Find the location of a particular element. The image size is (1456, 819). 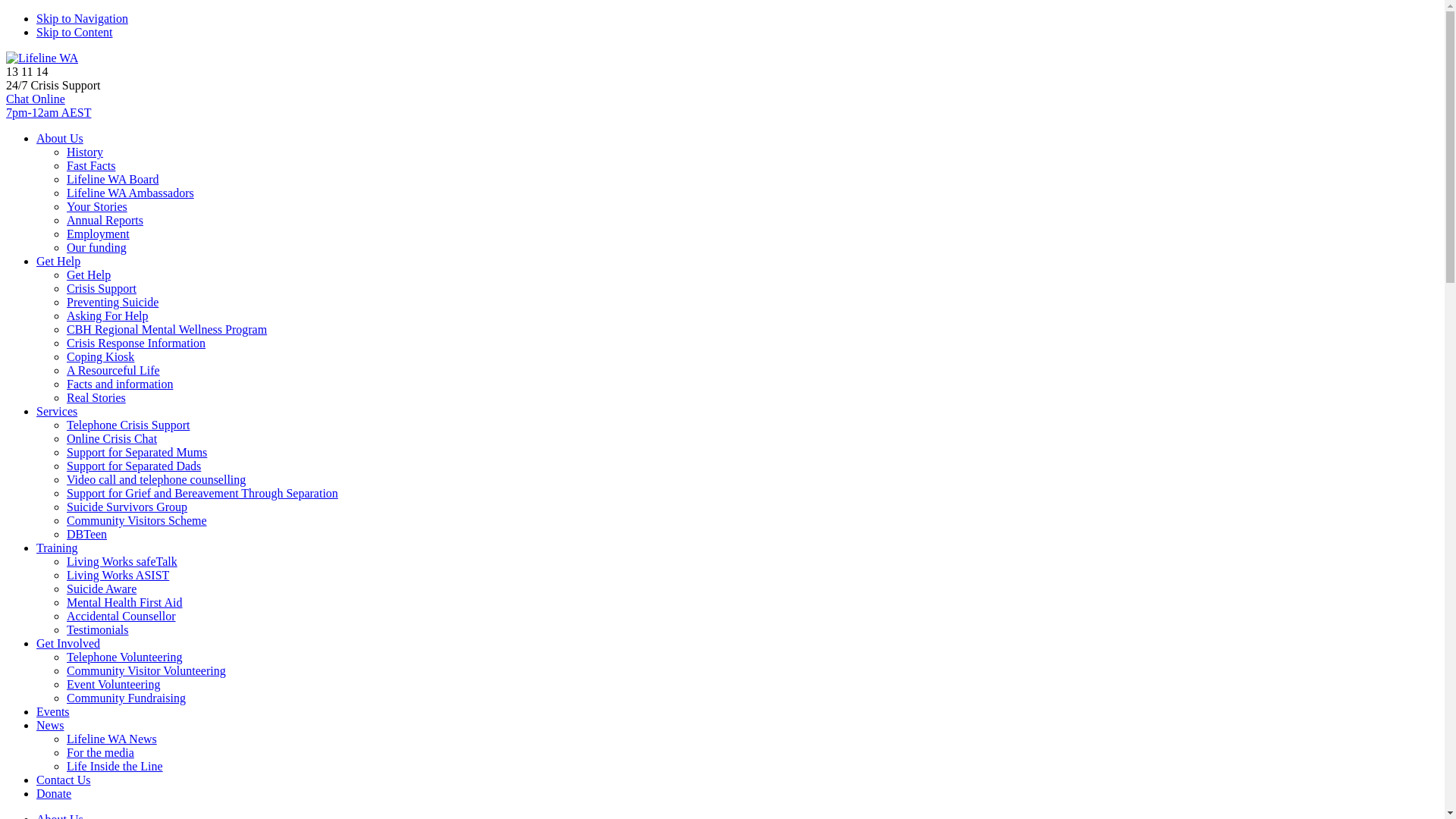

'Get Help' is located at coordinates (87, 275).